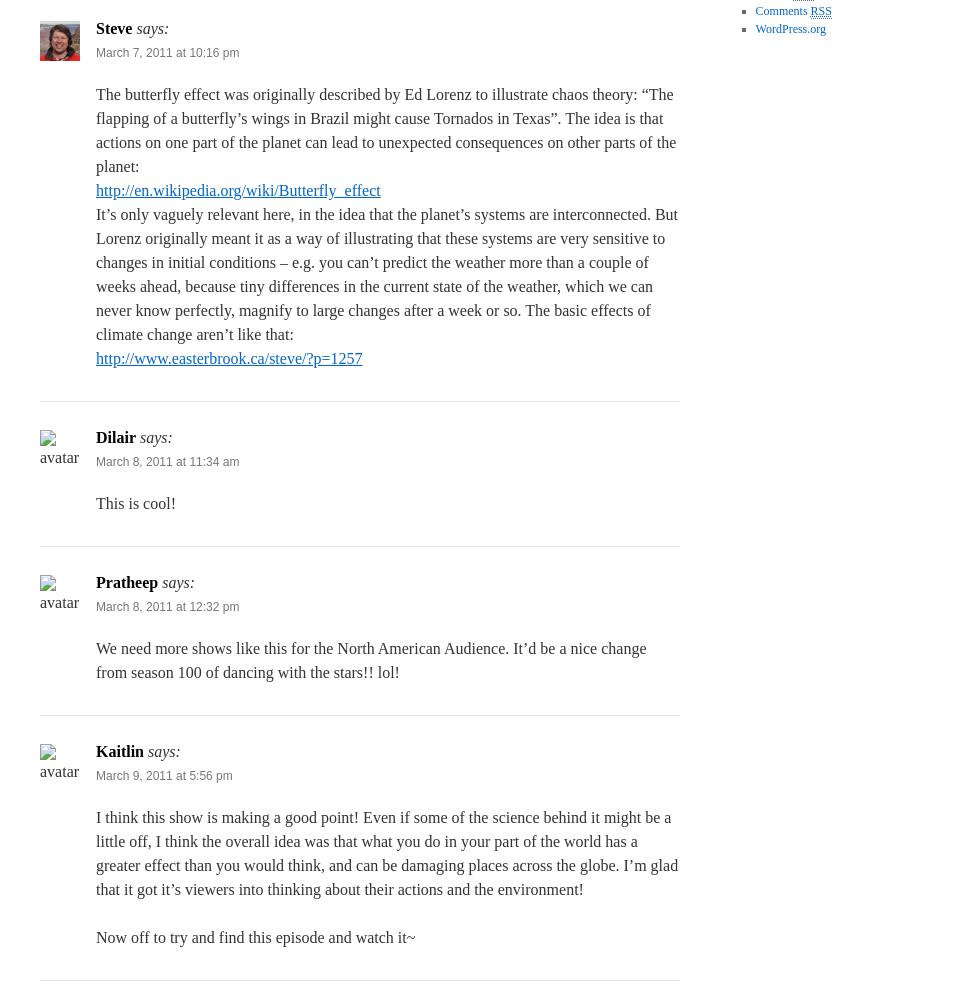 The height and width of the screenshot is (1003, 980). Describe the element at coordinates (96, 853) in the screenshot. I see `'I think this show is making a good point!  Even if some of the science behind it might be a little off, I think the overall idea was that what you do in your part of the world has a greater effect than you would think, and can be damaging places across the globe.  I’m glad that it got it’s viewers into thinking about their actions and the environment!'` at that location.